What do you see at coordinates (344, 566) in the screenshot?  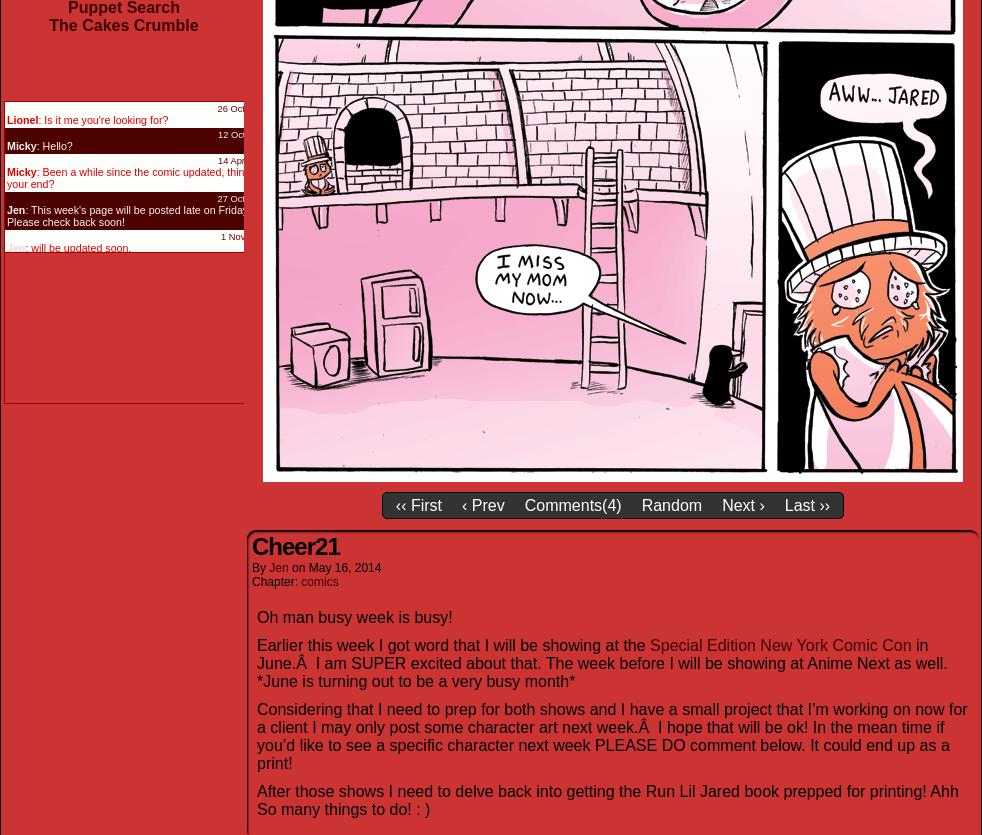 I see `'May 16, 2014'` at bounding box center [344, 566].